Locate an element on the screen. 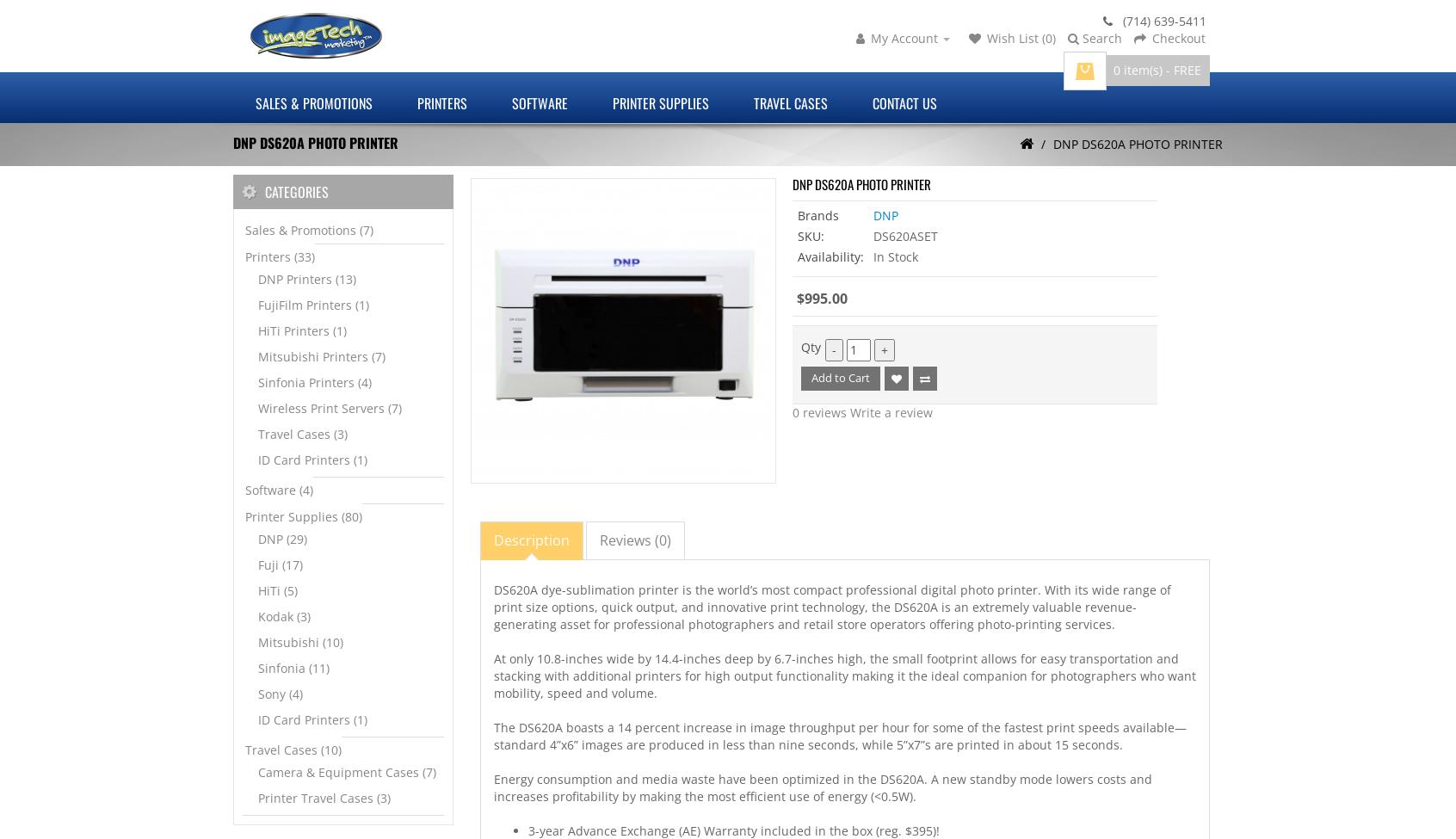 The width and height of the screenshot is (1456, 839). 'Categories' is located at coordinates (295, 191).